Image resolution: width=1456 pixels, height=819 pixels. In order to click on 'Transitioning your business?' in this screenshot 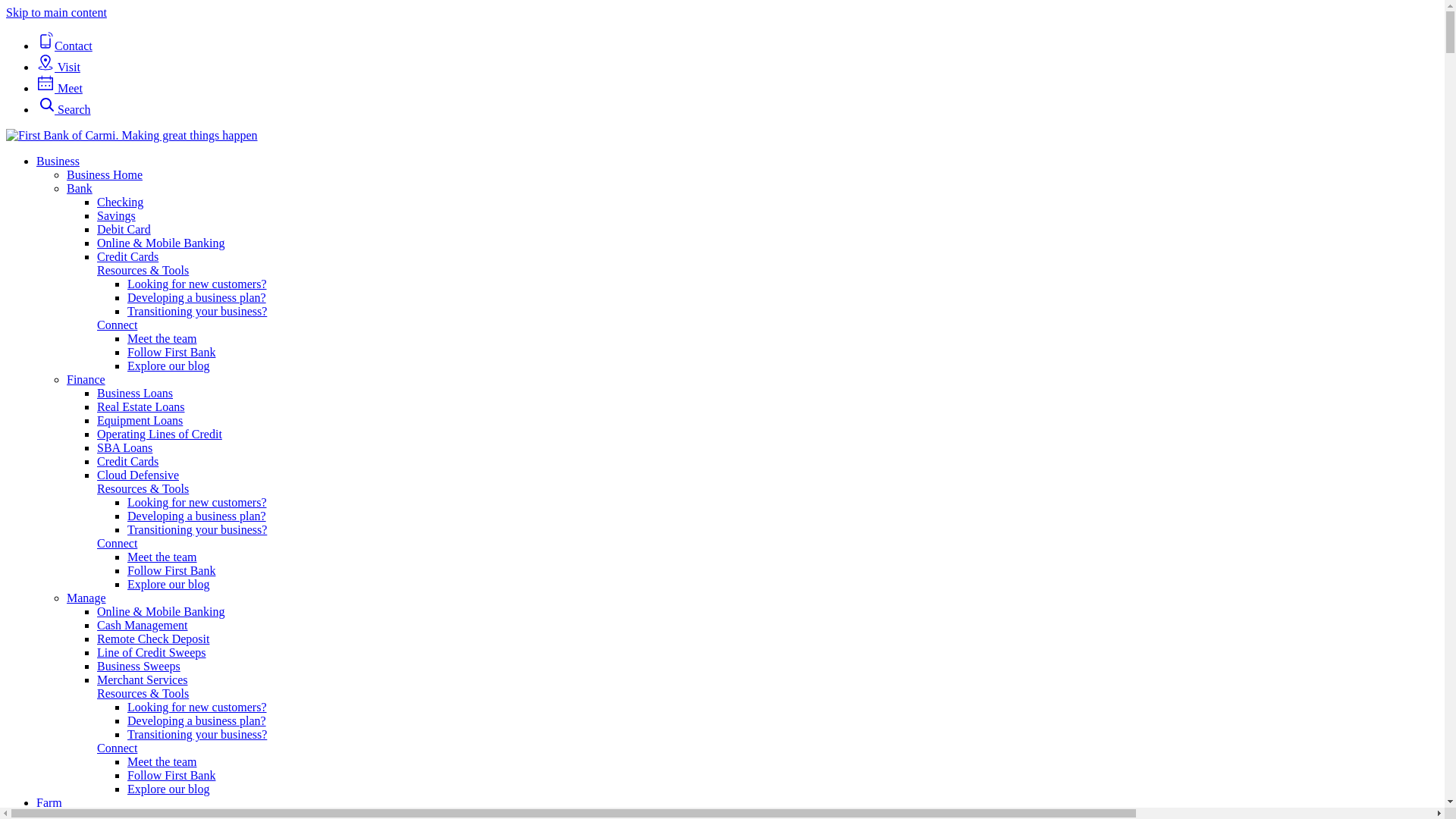, I will do `click(196, 310)`.